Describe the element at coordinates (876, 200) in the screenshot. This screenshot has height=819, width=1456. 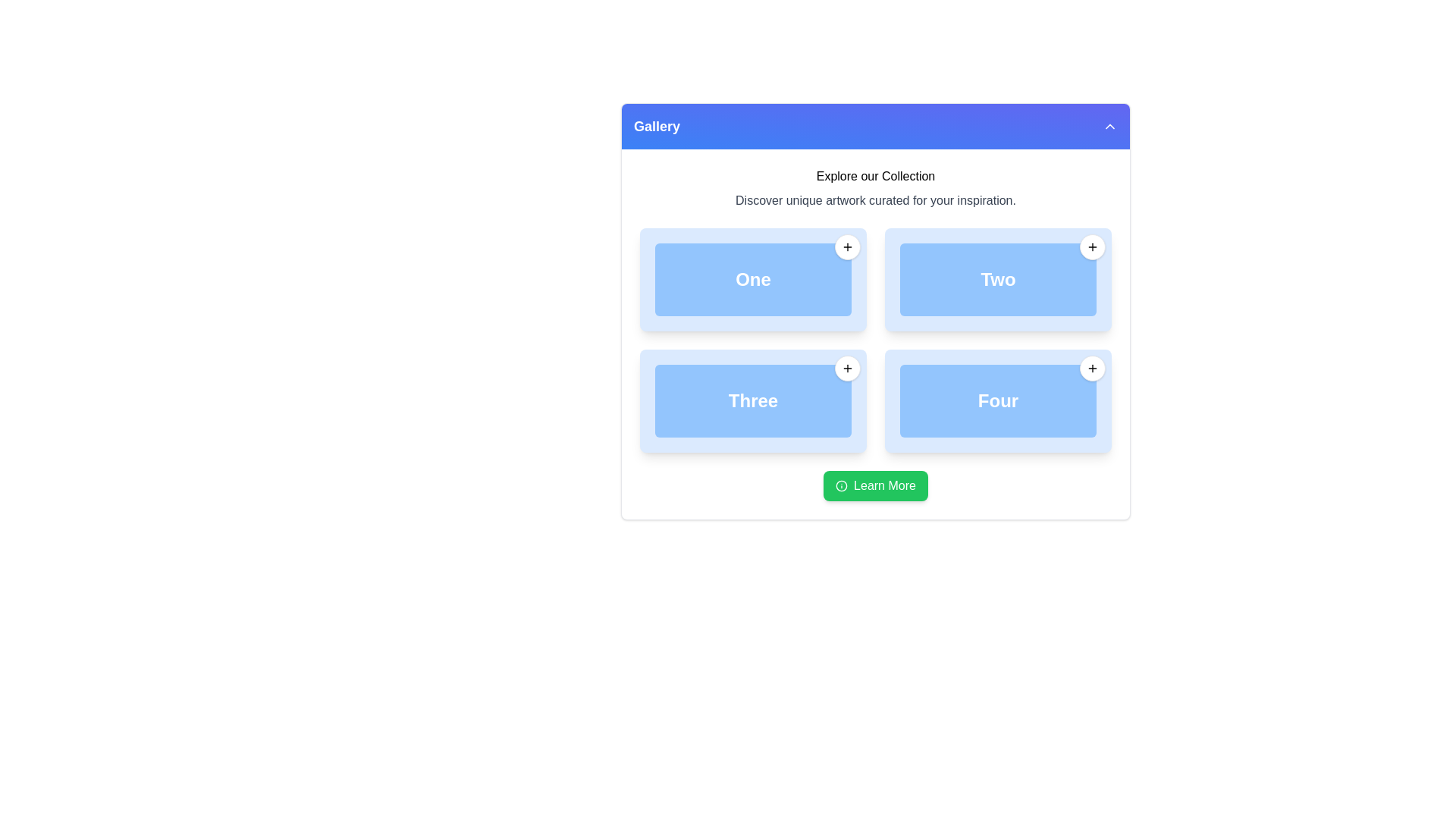
I see `the text element that reads 'Discover unique artwork curated for your inspiration.', which is styled in gray and positioned below the heading 'Explore our Collection'` at that location.